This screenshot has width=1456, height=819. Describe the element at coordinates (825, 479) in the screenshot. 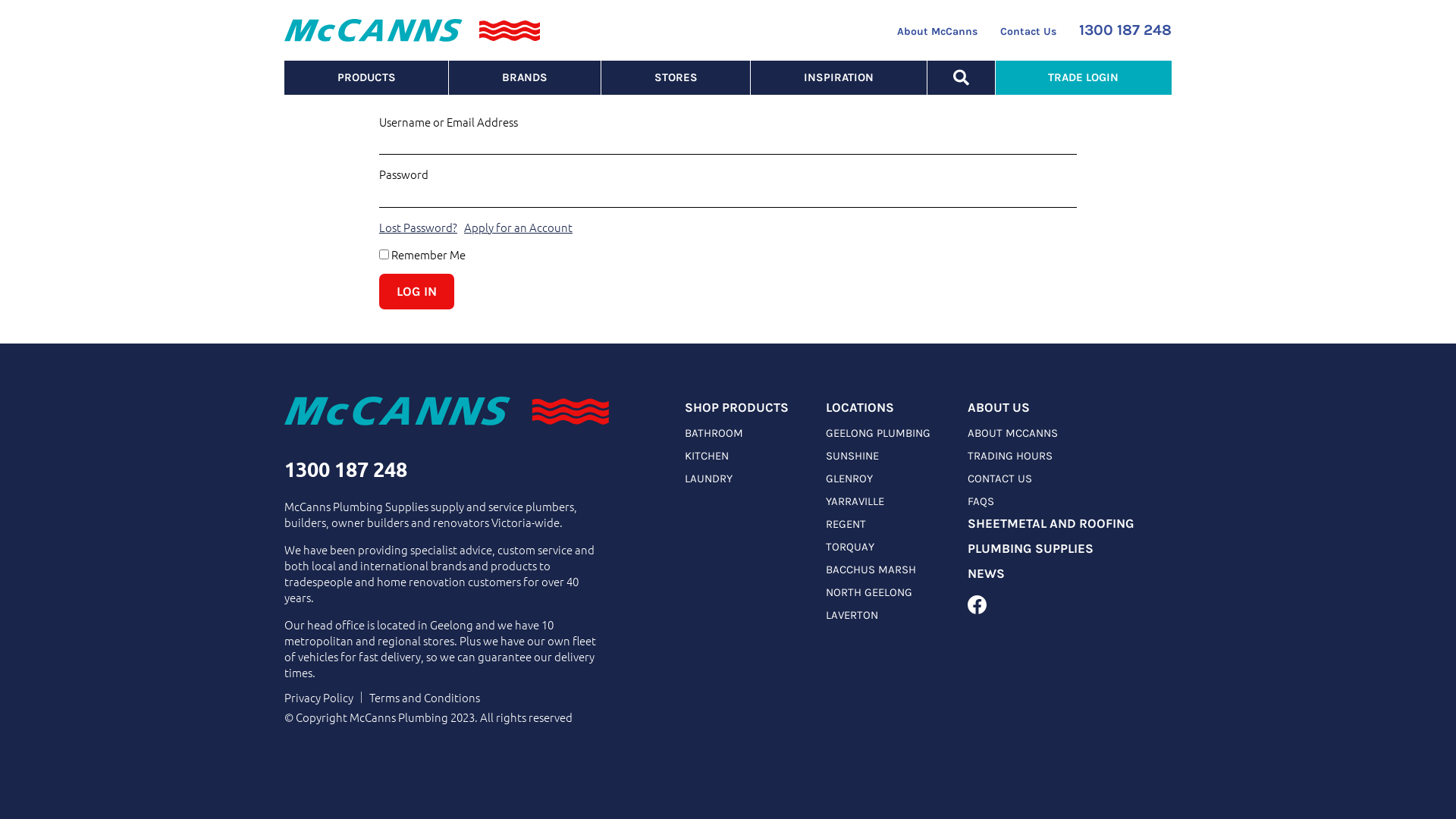

I see `'GLENROY'` at that location.